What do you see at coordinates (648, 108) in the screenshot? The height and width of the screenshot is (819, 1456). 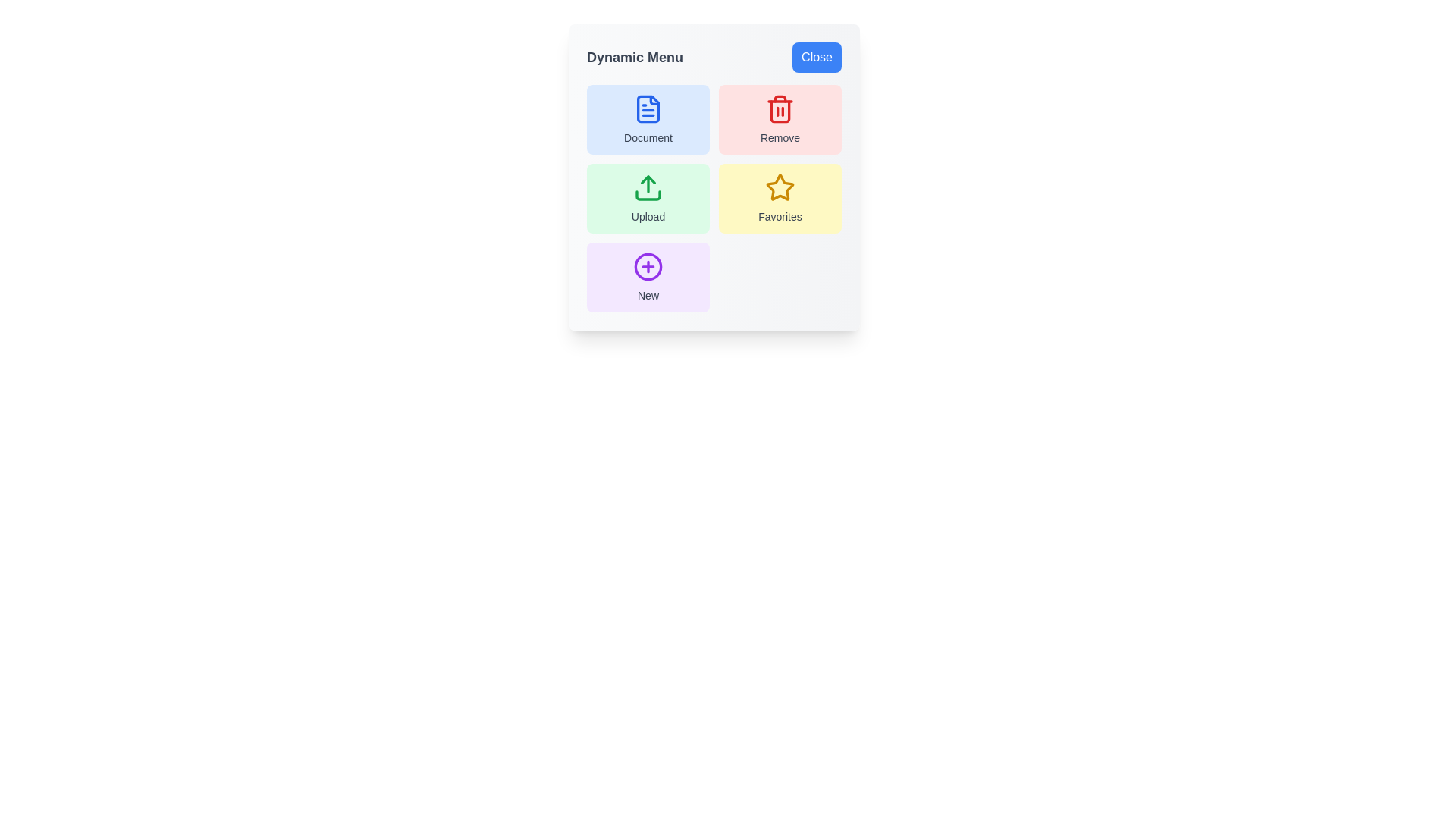 I see `the blue-colored icon resembling a document or file representation located in the upper-left quadrant of the dynamic menu interface` at bounding box center [648, 108].